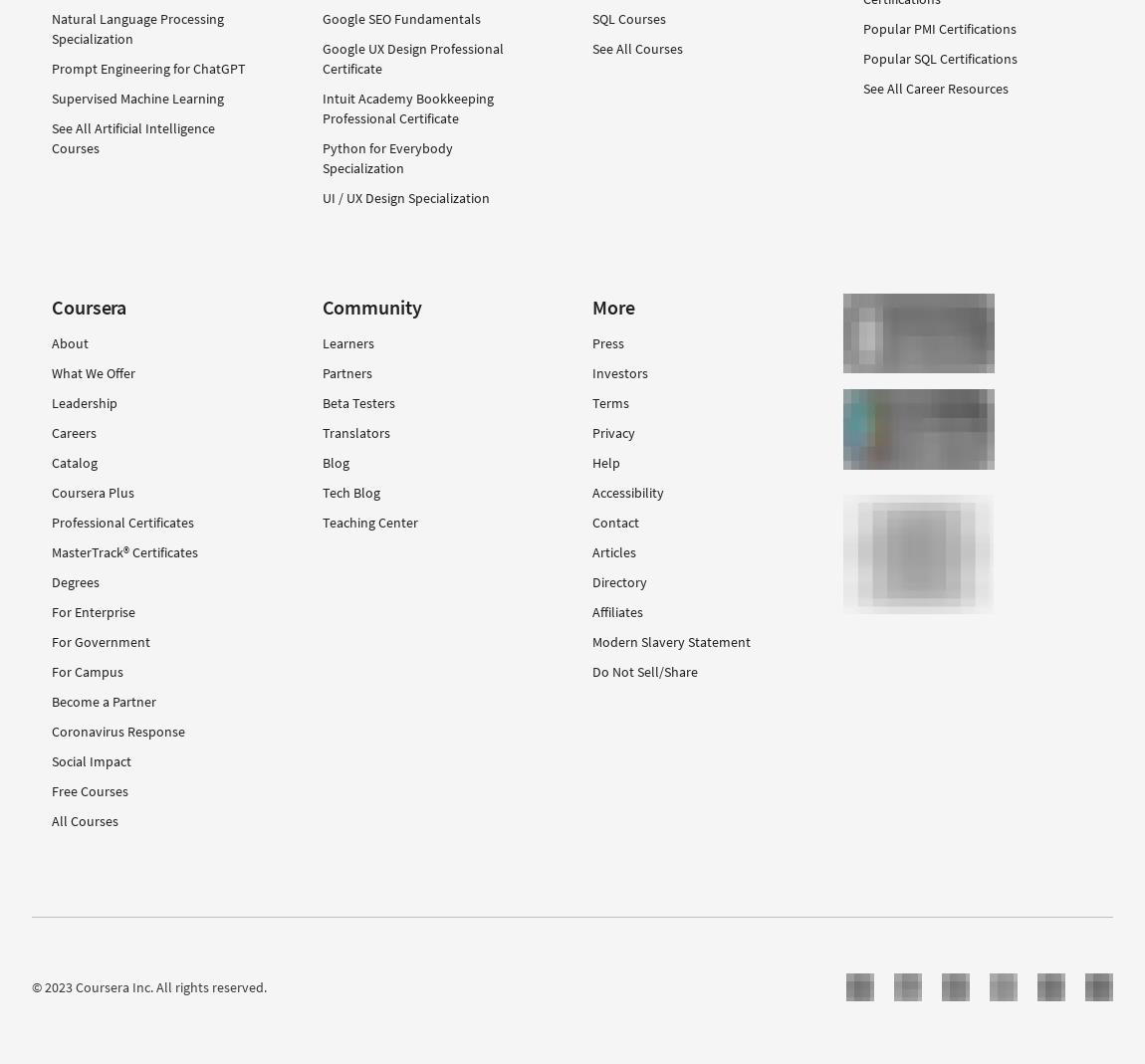 The image size is (1145, 1064). Describe the element at coordinates (412, 57) in the screenshot. I see `'Google UX Design Professional Certificate'` at that location.